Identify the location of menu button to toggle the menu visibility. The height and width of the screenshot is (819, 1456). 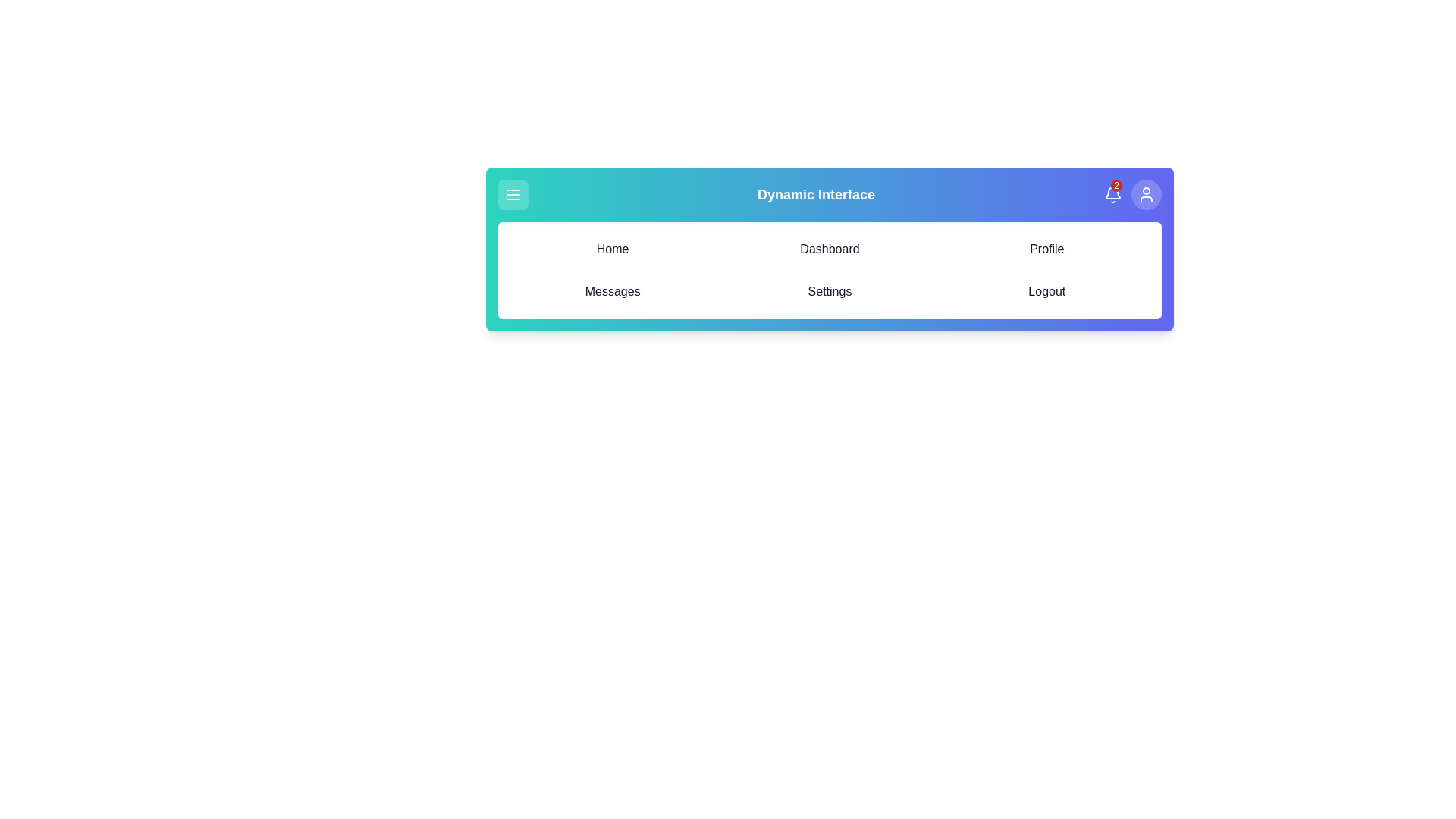
(513, 194).